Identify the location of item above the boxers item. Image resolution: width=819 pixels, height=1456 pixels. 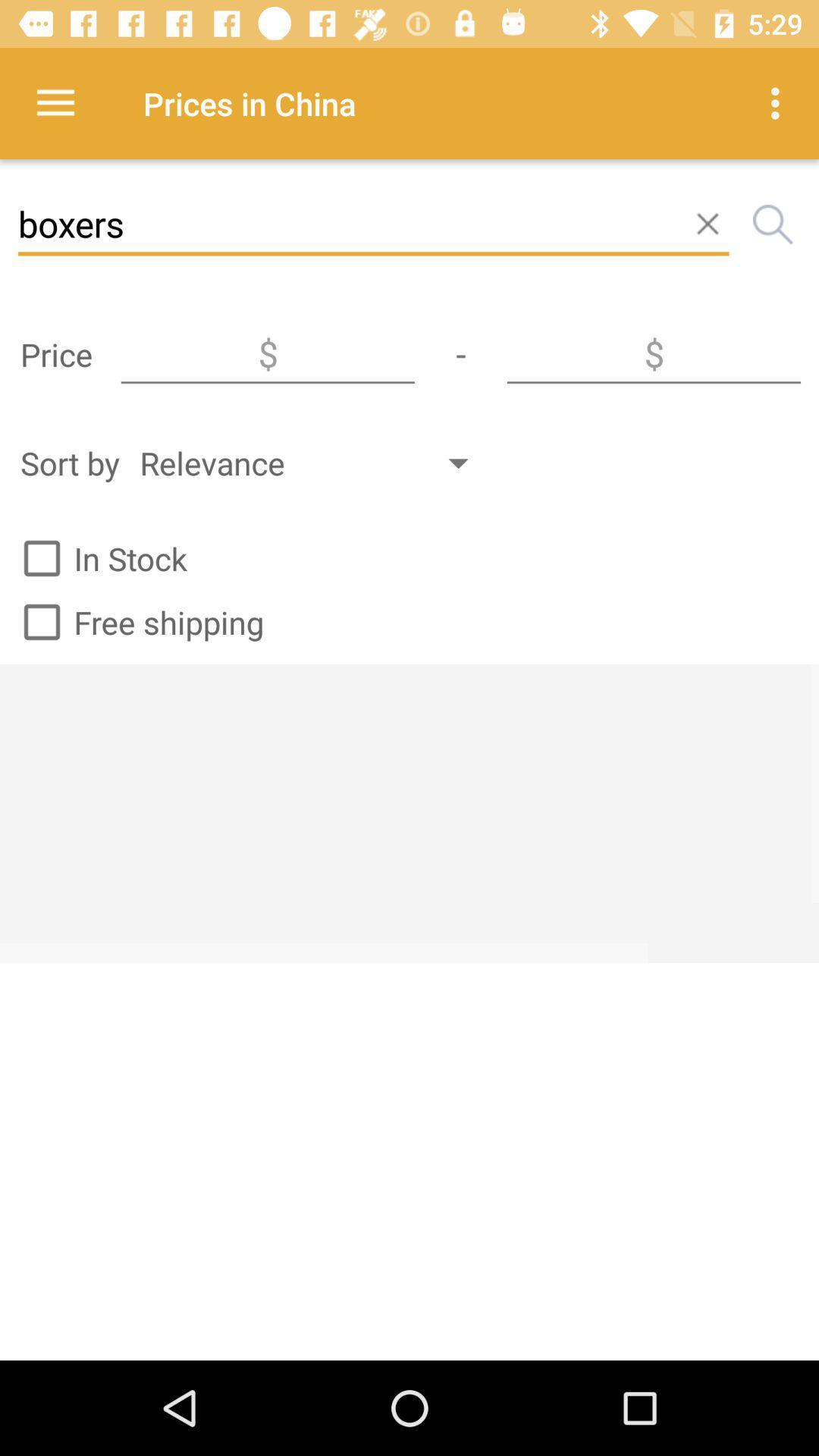
(55, 102).